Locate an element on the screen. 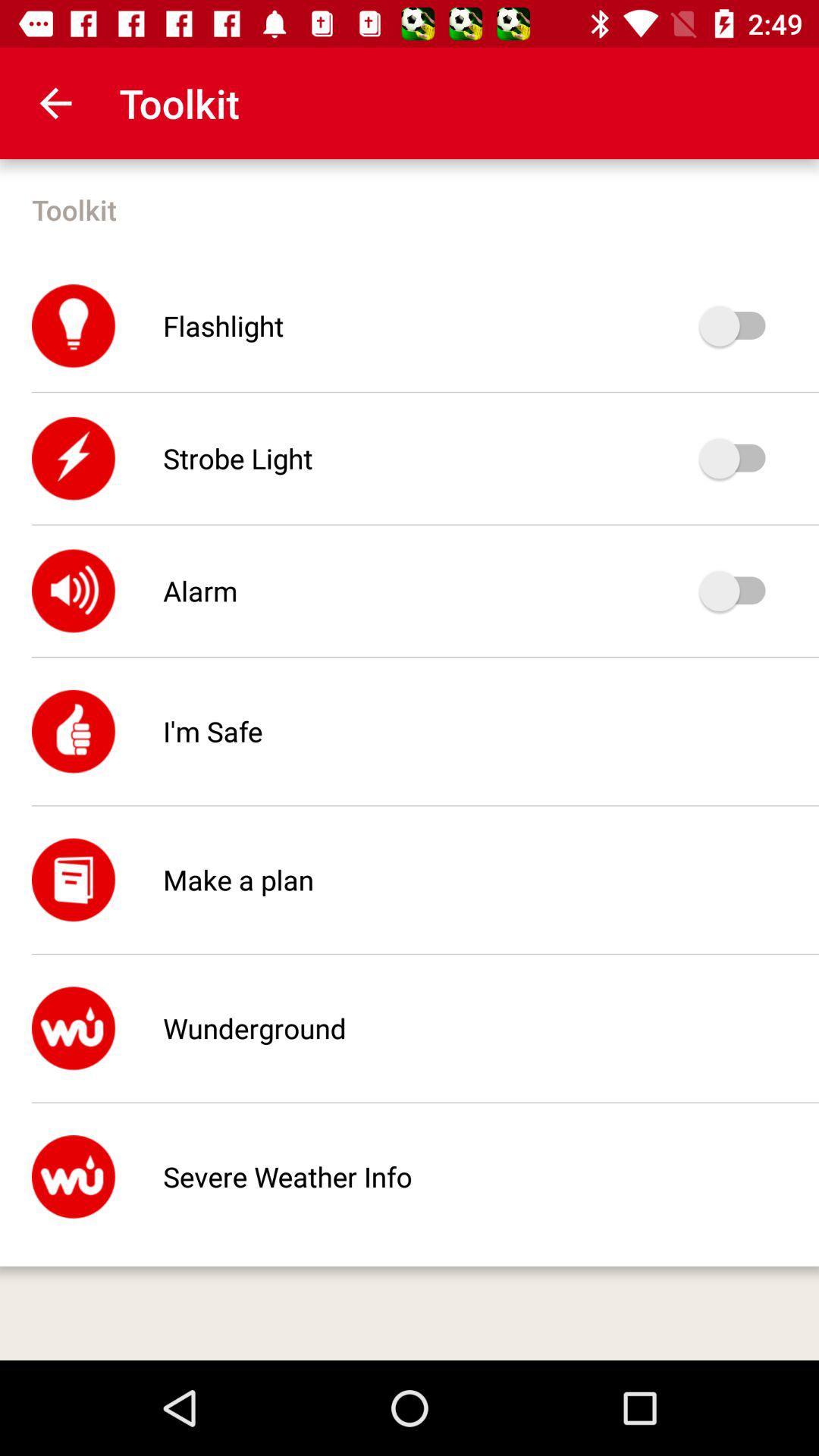  move to icon which is left to flashlight is located at coordinates (73, 325).